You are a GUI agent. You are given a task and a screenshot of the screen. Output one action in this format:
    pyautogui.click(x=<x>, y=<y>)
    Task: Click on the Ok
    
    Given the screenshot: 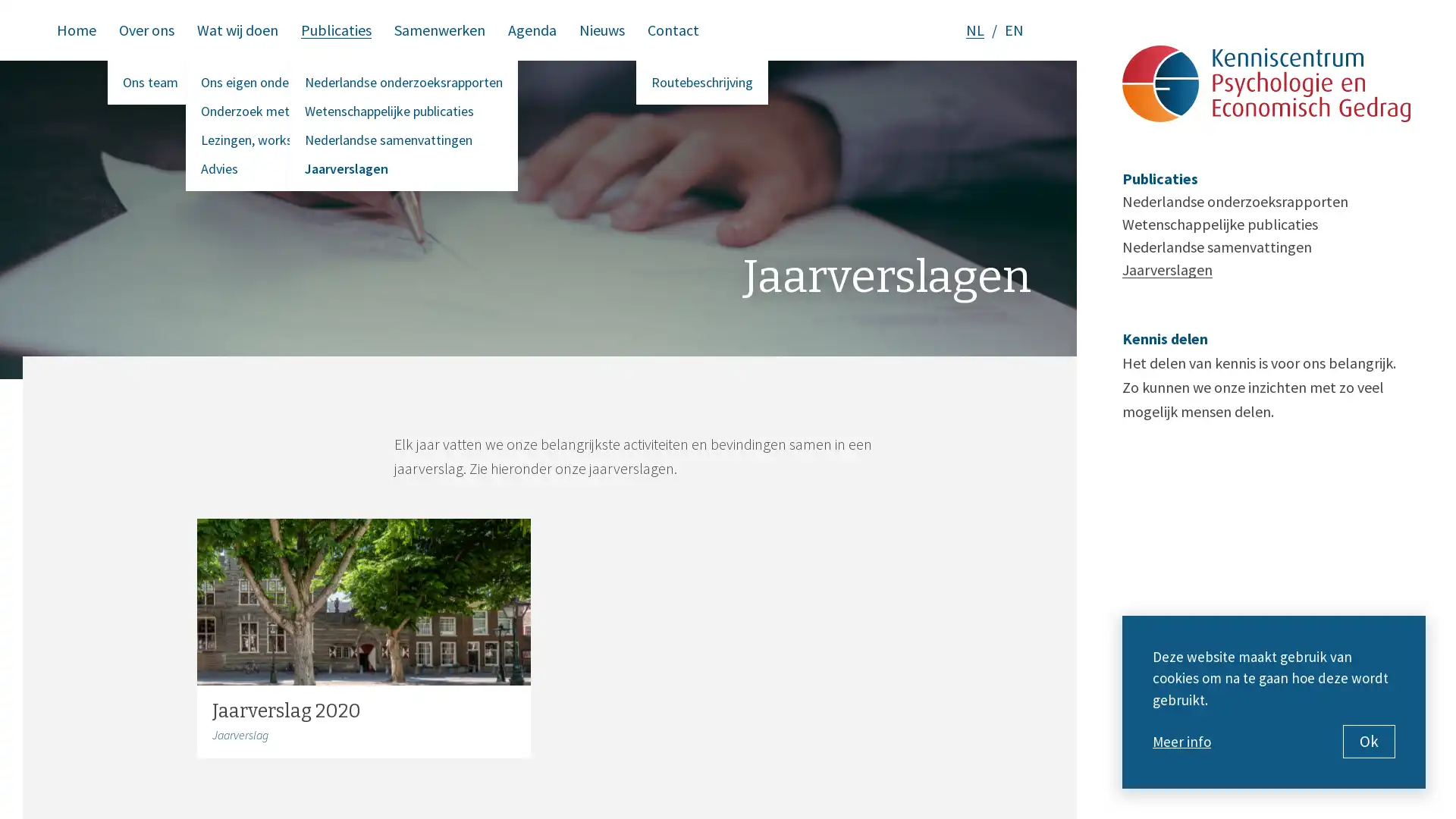 What is the action you would take?
    pyautogui.click(x=1369, y=741)
    